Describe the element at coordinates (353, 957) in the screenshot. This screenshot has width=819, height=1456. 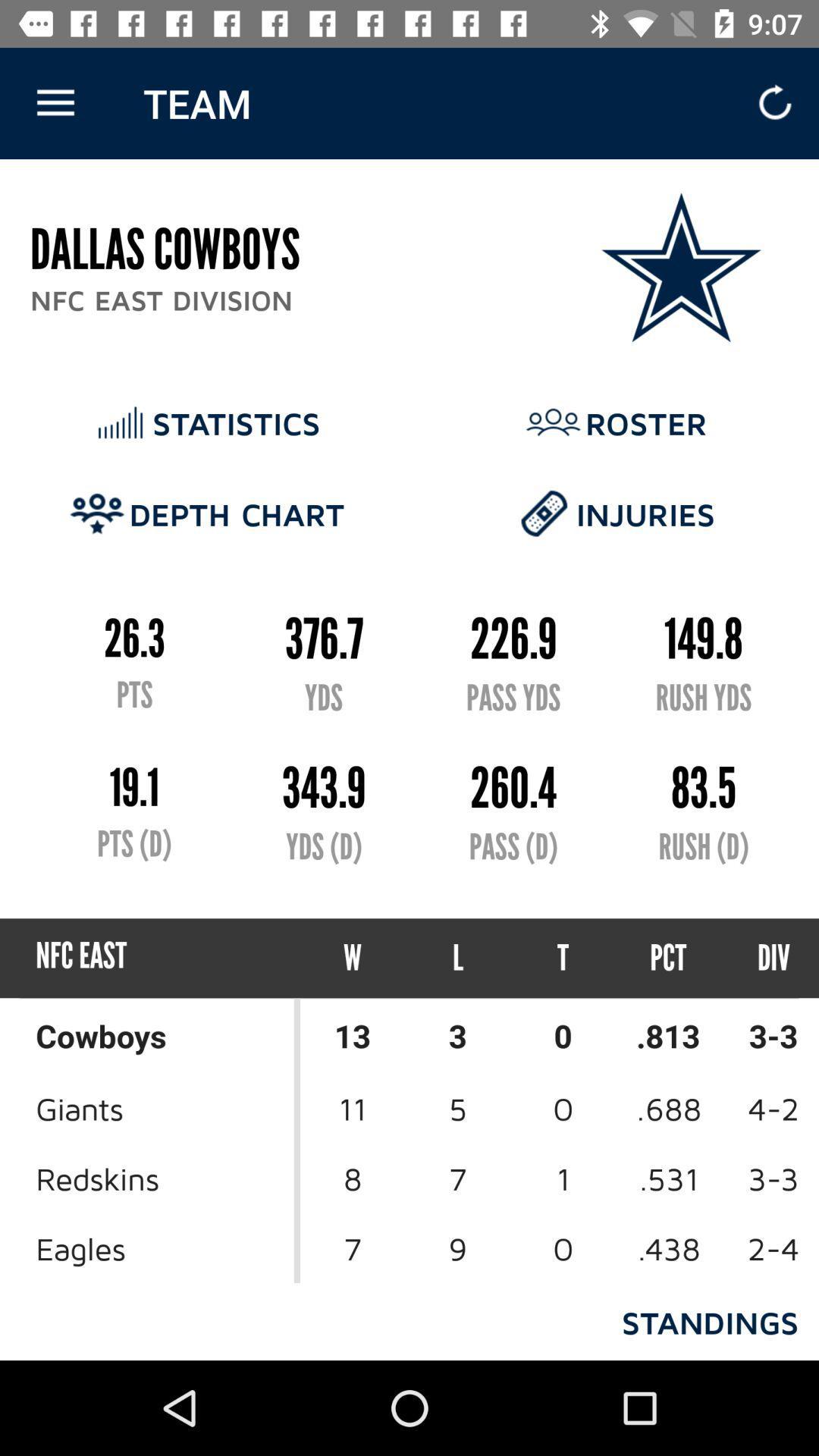
I see `the icon next to l` at that location.